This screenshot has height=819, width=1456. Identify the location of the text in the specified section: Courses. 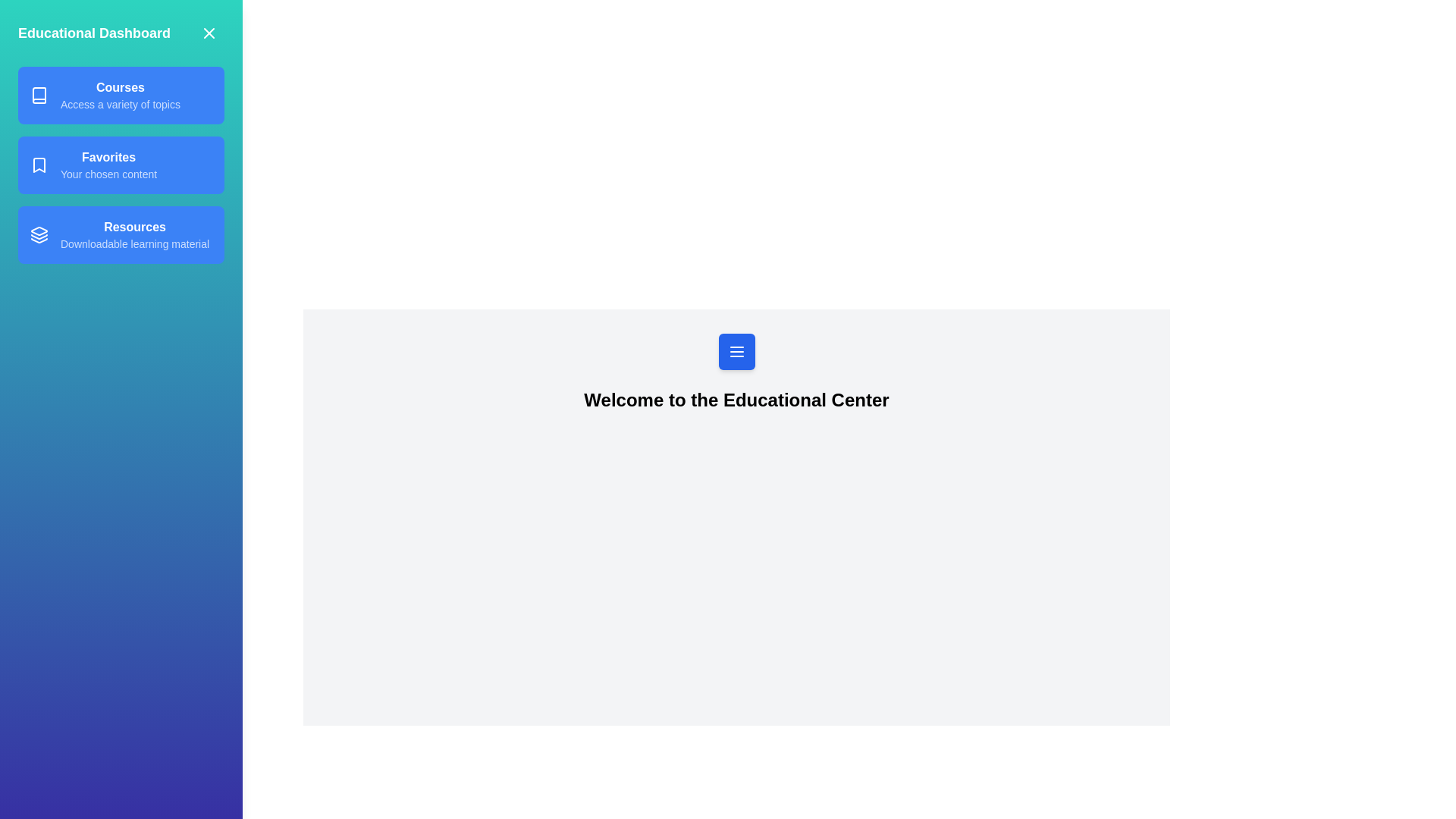
(120, 96).